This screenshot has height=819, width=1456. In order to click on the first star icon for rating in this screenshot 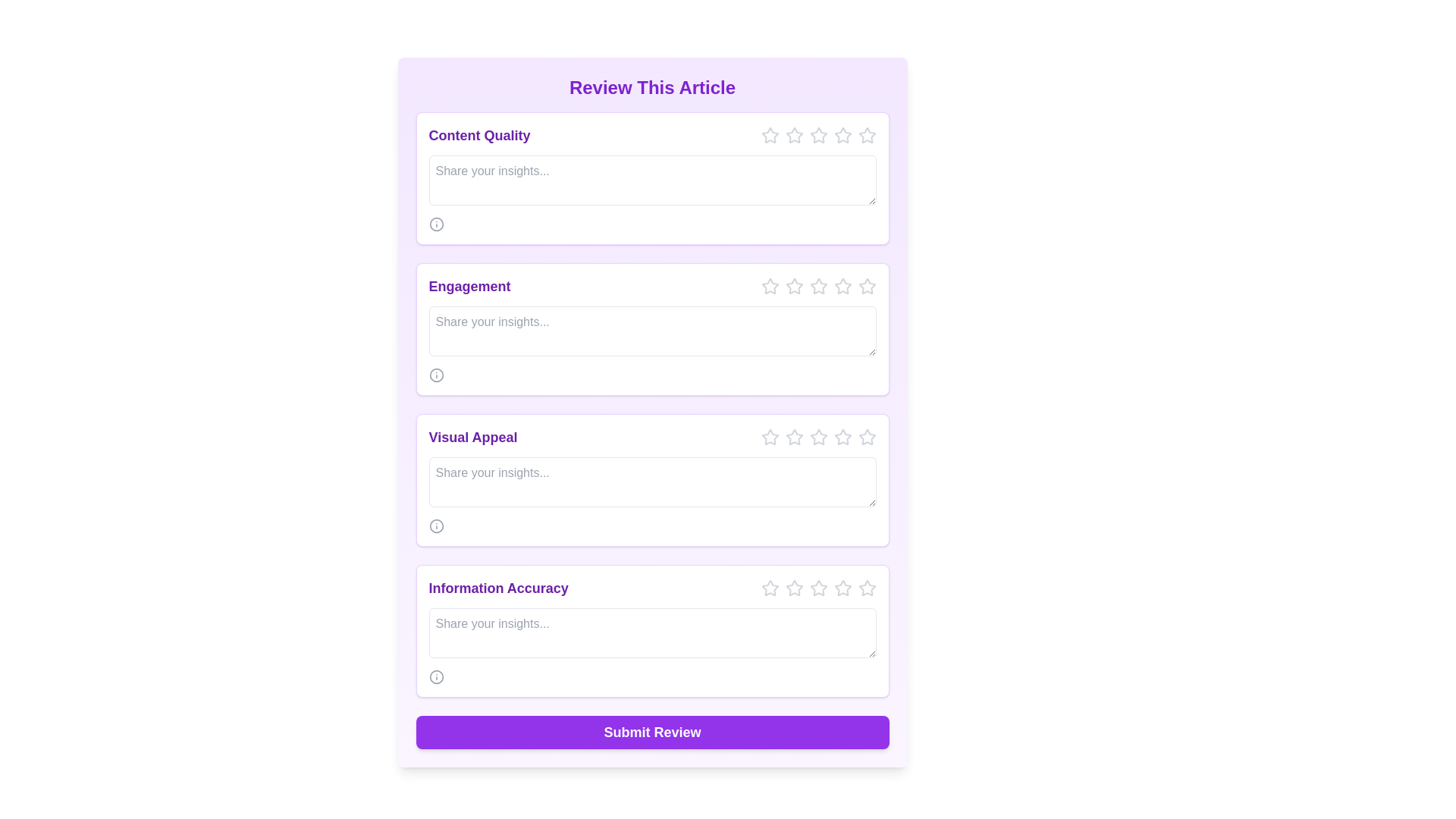, I will do `click(793, 286)`.